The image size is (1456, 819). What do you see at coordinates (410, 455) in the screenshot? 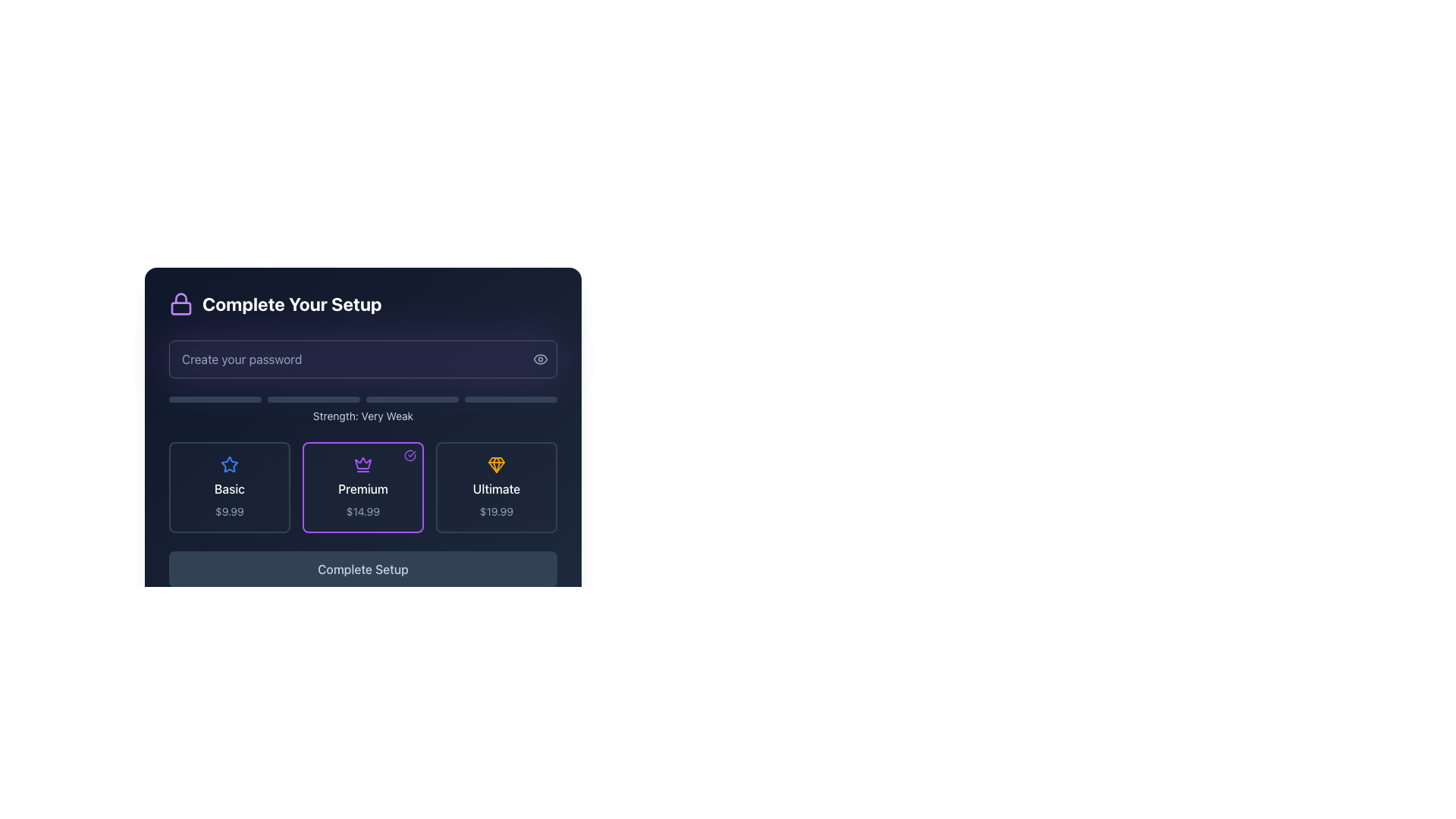
I see `the circular icon located in the top-right corner of the 'Premium' option box in the pricing selection section` at bounding box center [410, 455].